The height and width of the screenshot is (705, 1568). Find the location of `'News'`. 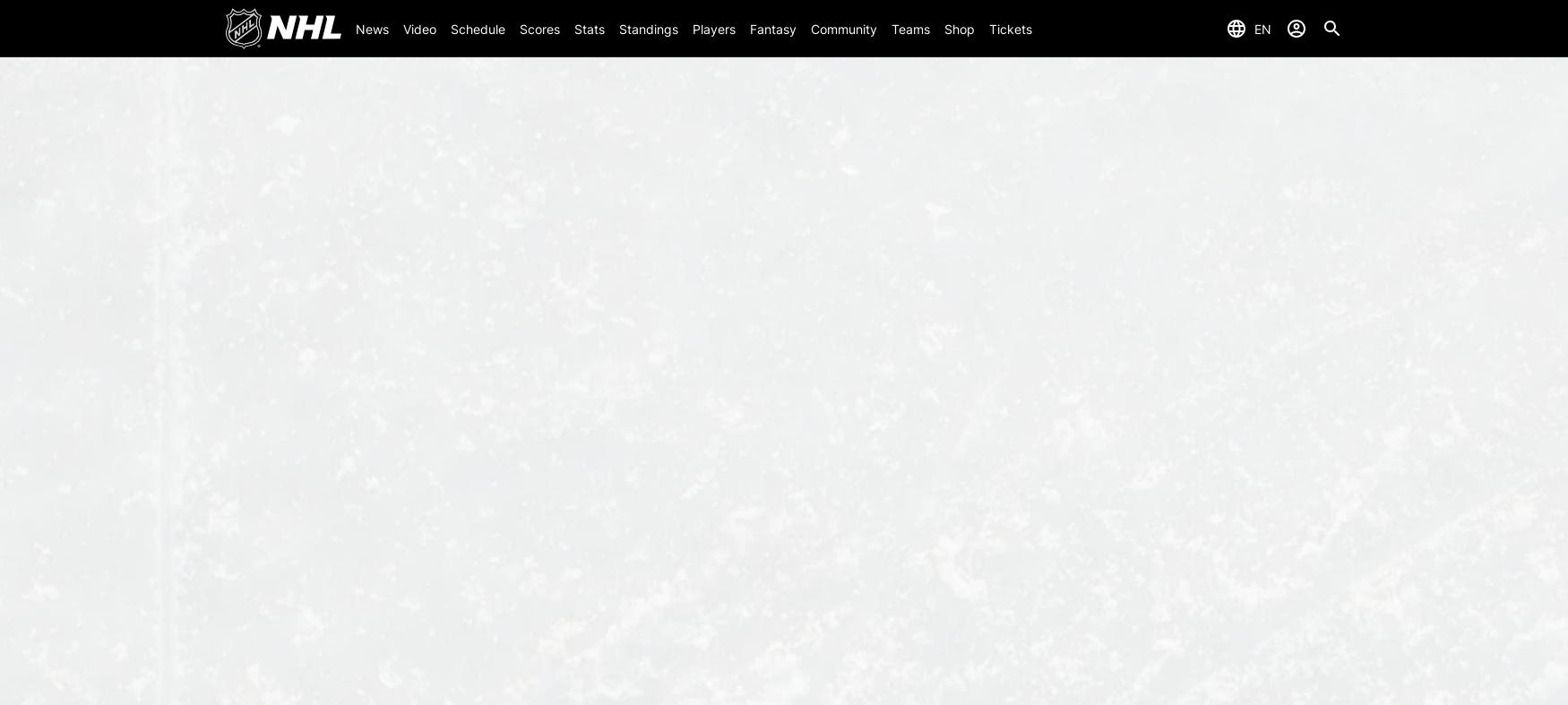

'News' is located at coordinates (370, 27).